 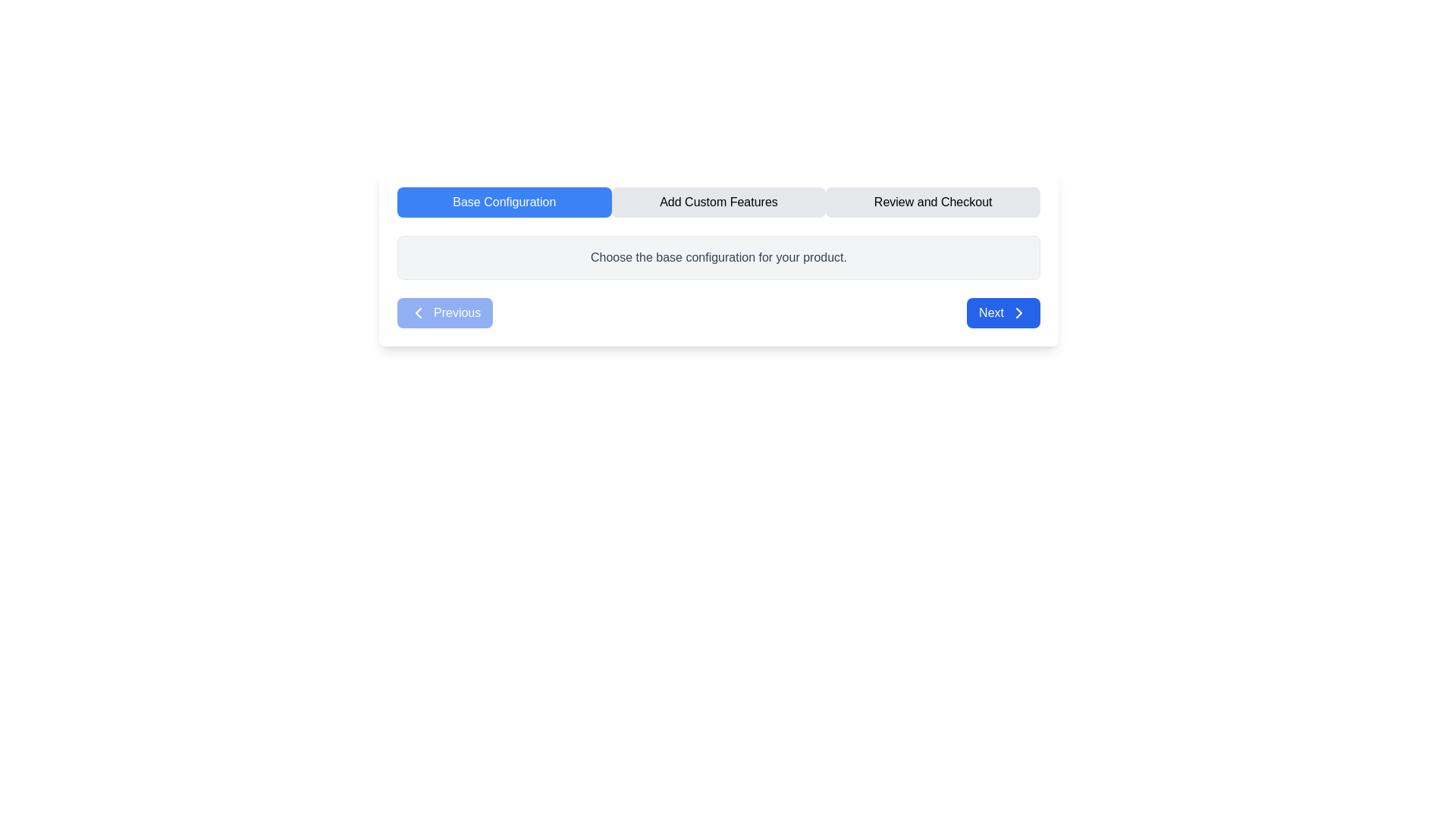 What do you see at coordinates (932, 201) in the screenshot?
I see `the 'Review and Checkout' button, which is a light gray rectangular button with rounded corners and center-aligned black text` at bounding box center [932, 201].